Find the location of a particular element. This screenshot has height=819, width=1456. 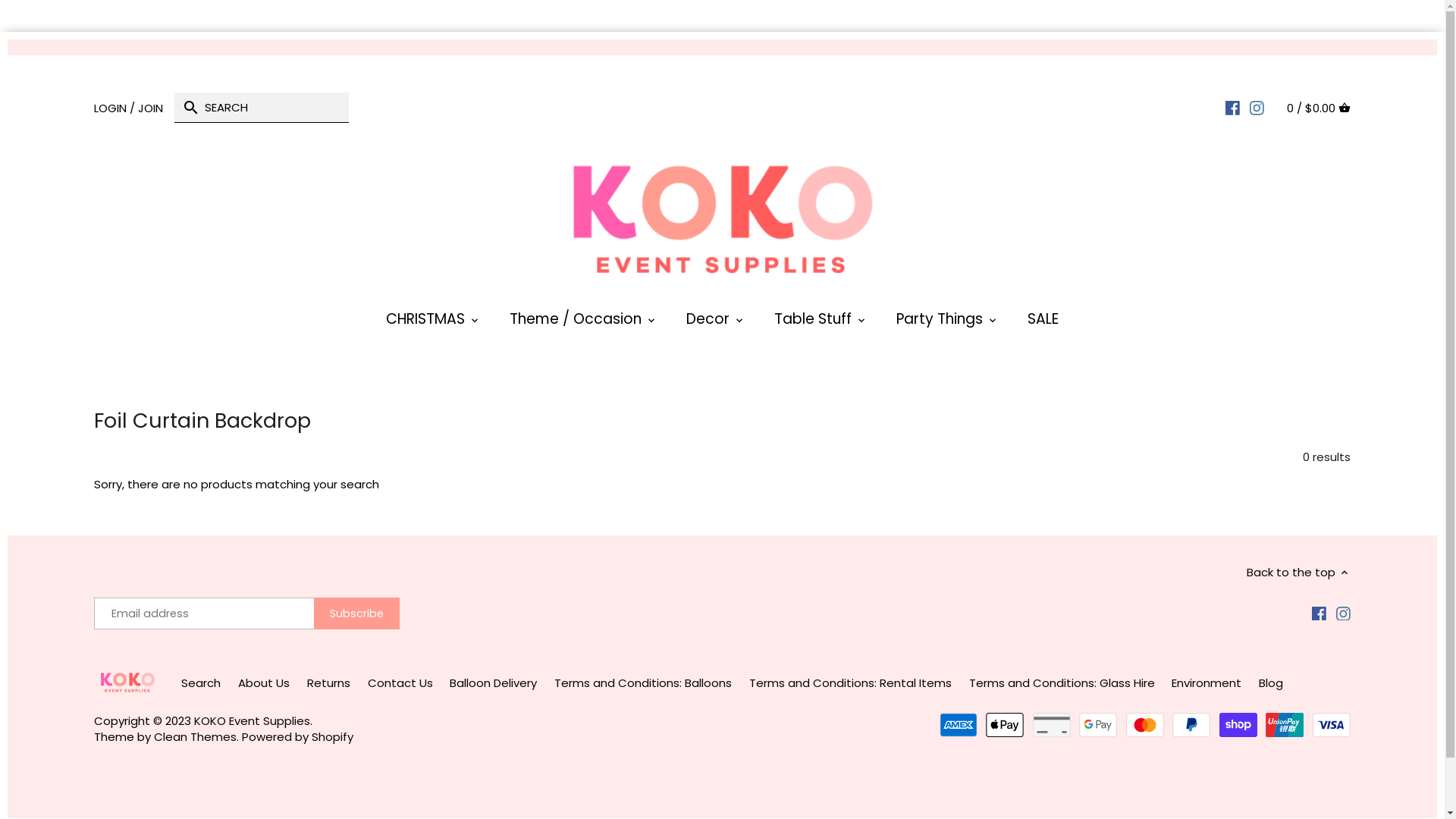

'0 / $0.00 CART' is located at coordinates (1317, 106).